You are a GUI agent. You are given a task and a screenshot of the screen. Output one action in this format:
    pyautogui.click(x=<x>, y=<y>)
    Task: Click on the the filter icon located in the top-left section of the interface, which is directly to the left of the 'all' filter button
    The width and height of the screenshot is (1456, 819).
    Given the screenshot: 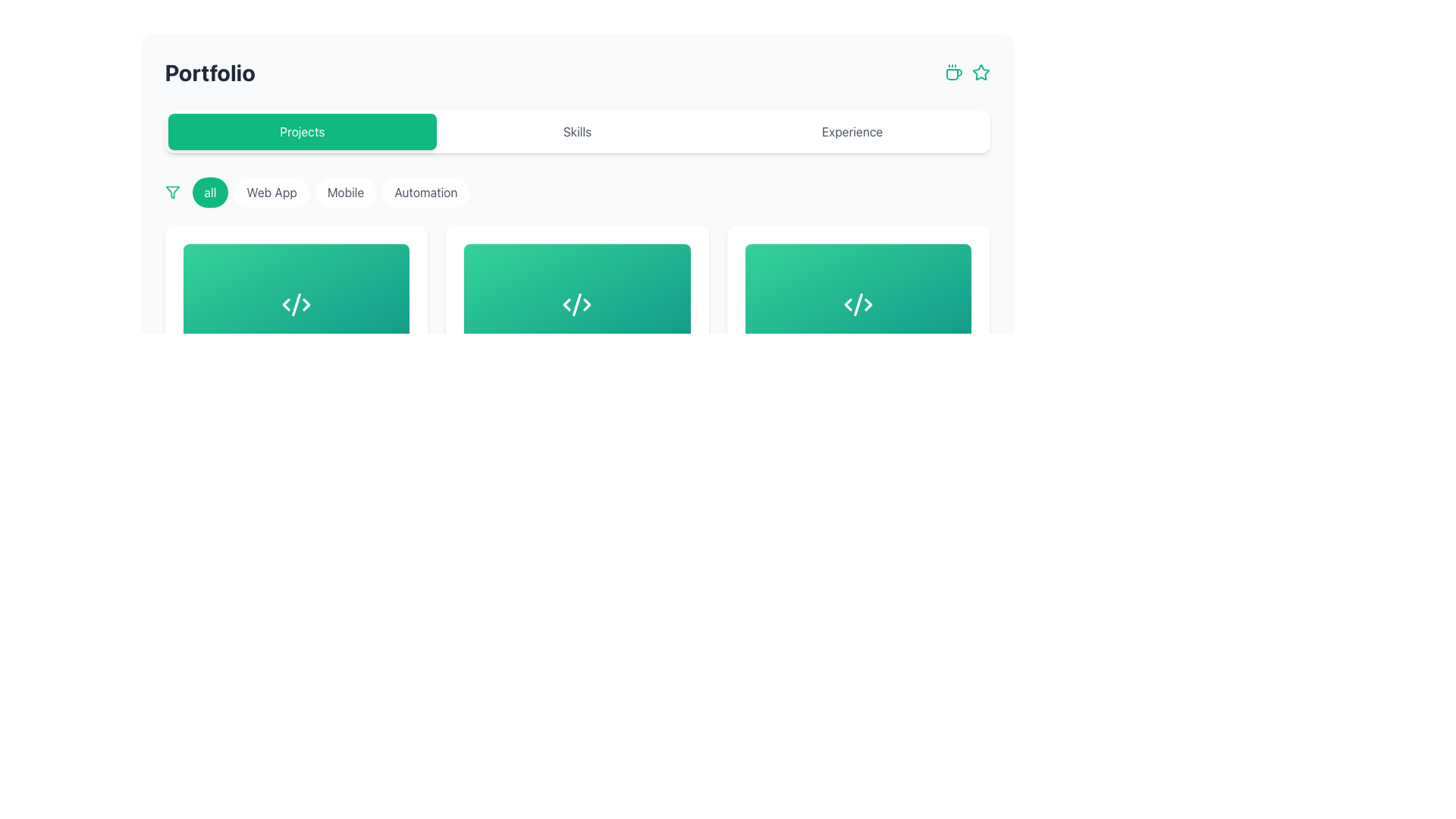 What is the action you would take?
    pyautogui.click(x=172, y=192)
    